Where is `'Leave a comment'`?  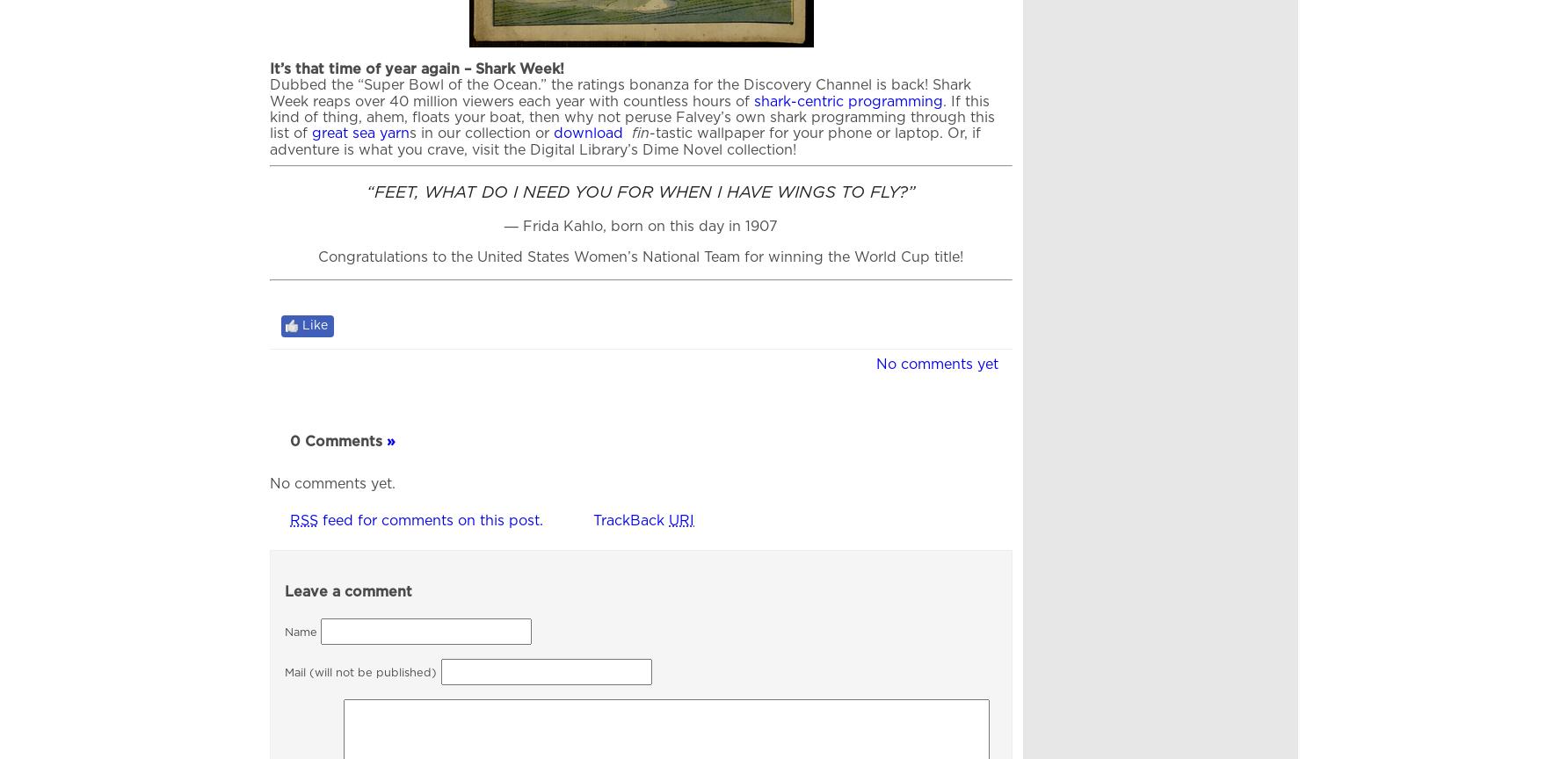 'Leave a comment' is located at coordinates (347, 590).